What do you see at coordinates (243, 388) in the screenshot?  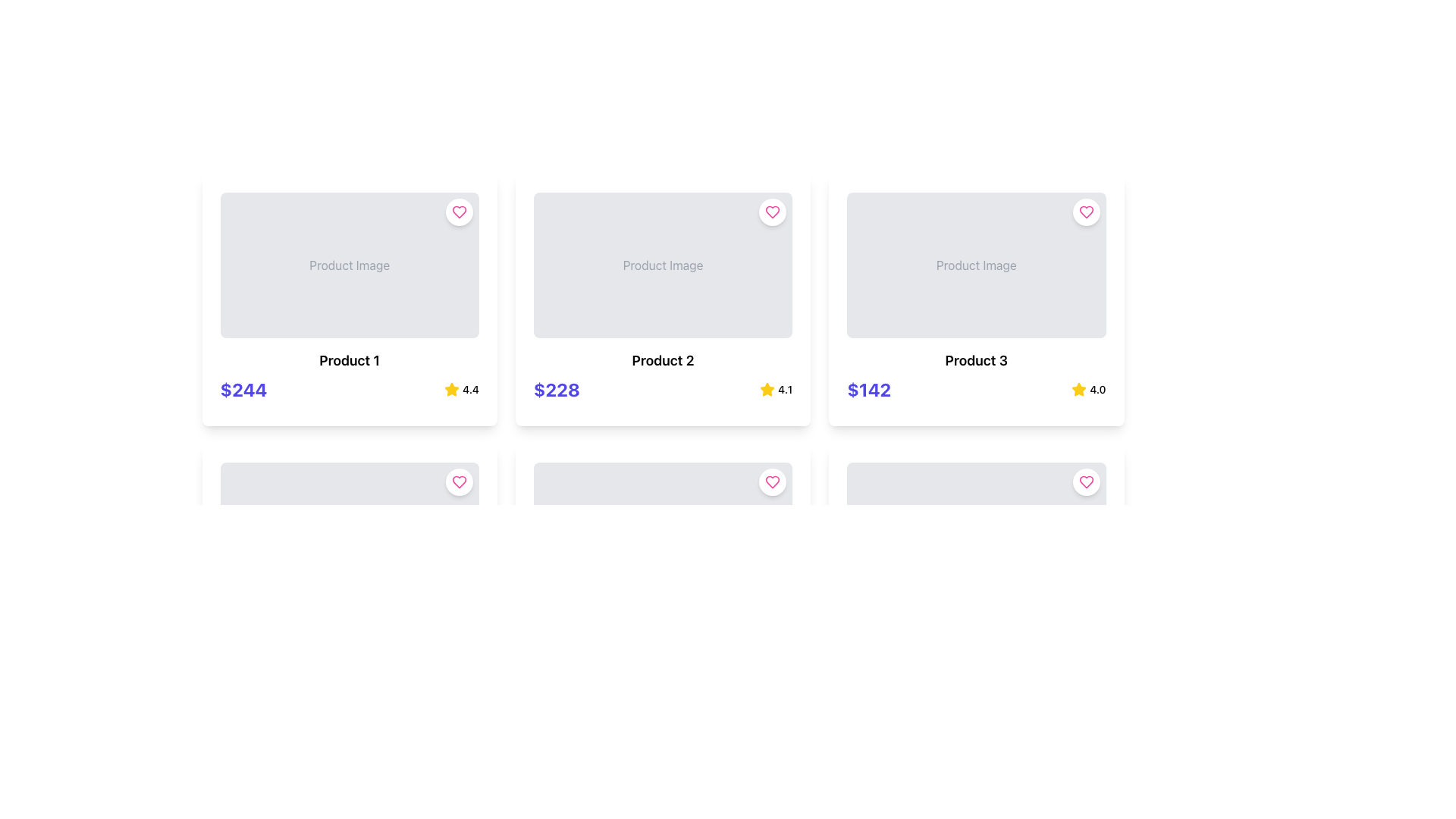 I see `text of the price label located at the lower left of the first card in a grid layout, directly beneath the card title 'Product 1'` at bounding box center [243, 388].